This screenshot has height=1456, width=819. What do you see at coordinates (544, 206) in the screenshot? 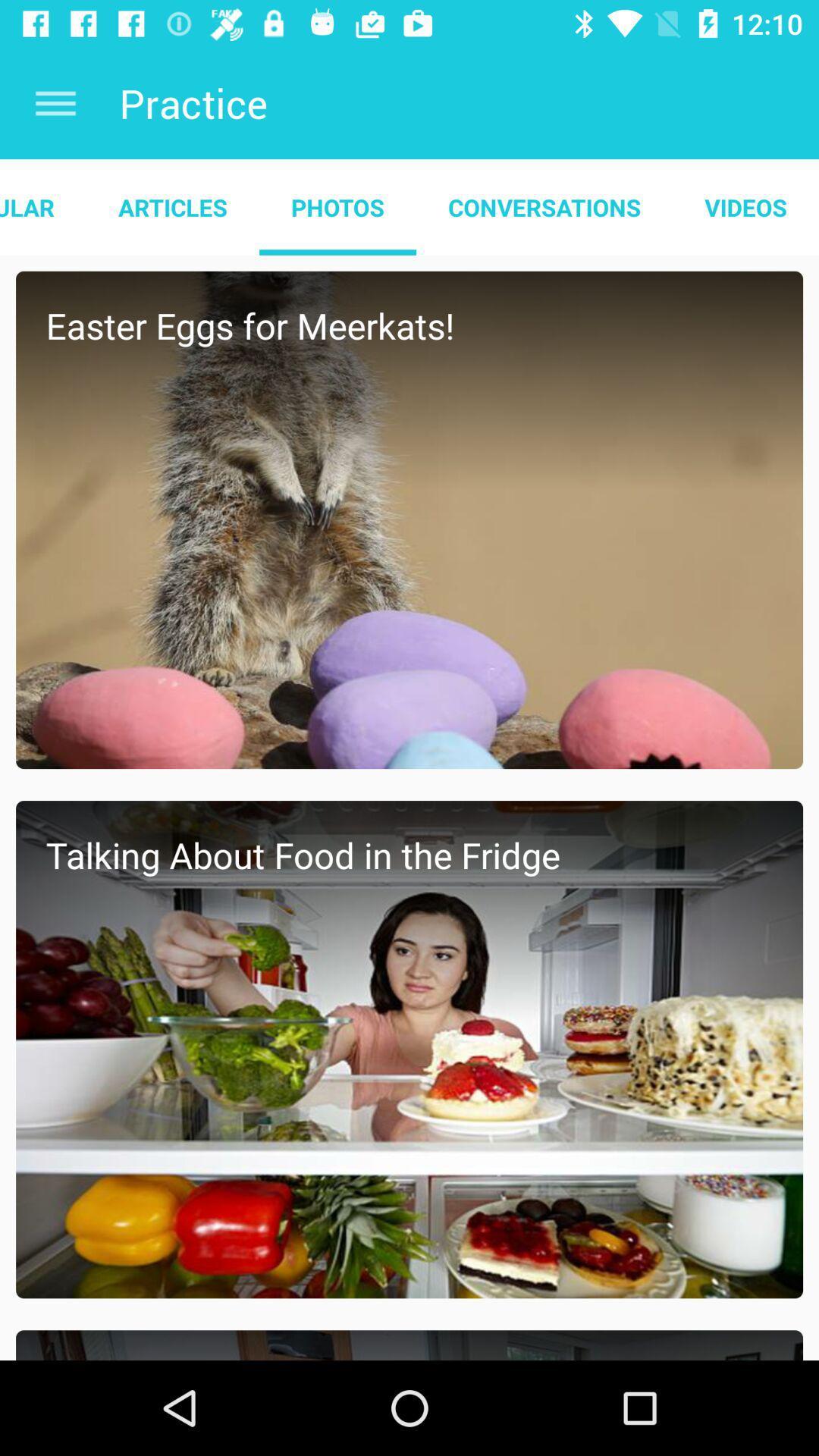
I see `item next to photos icon` at bounding box center [544, 206].